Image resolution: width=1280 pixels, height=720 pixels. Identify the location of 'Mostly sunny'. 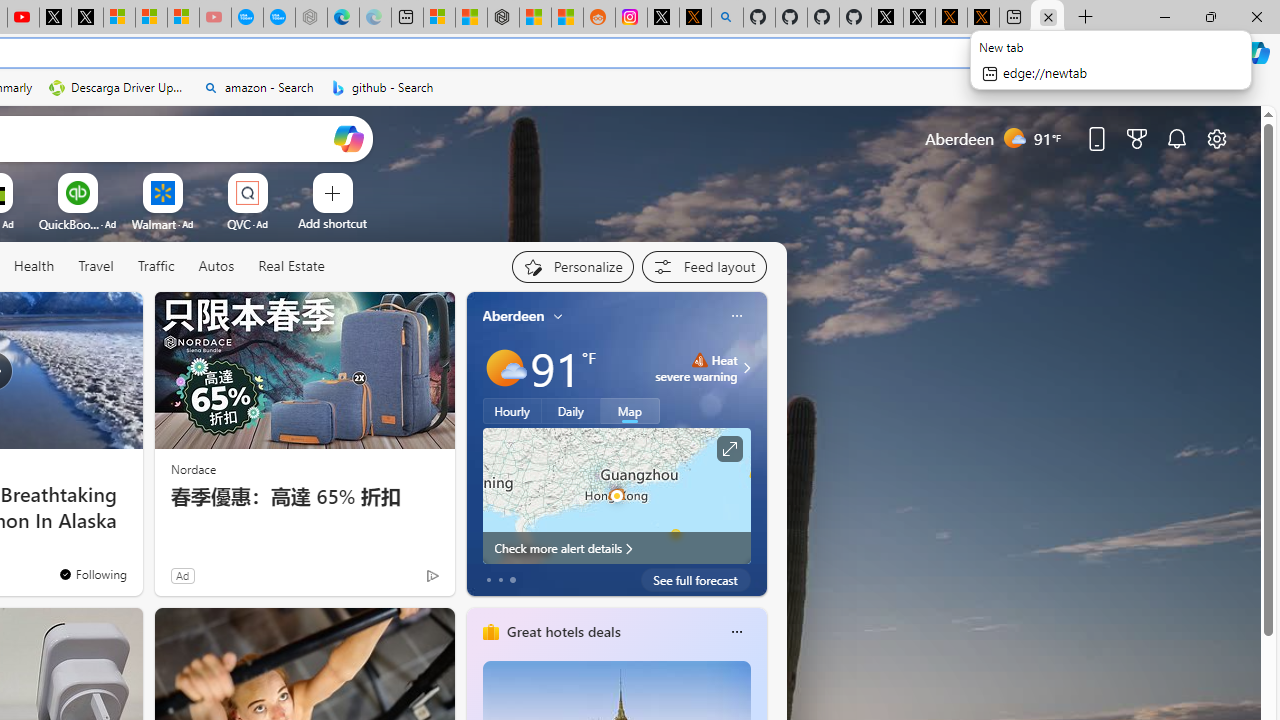
(504, 368).